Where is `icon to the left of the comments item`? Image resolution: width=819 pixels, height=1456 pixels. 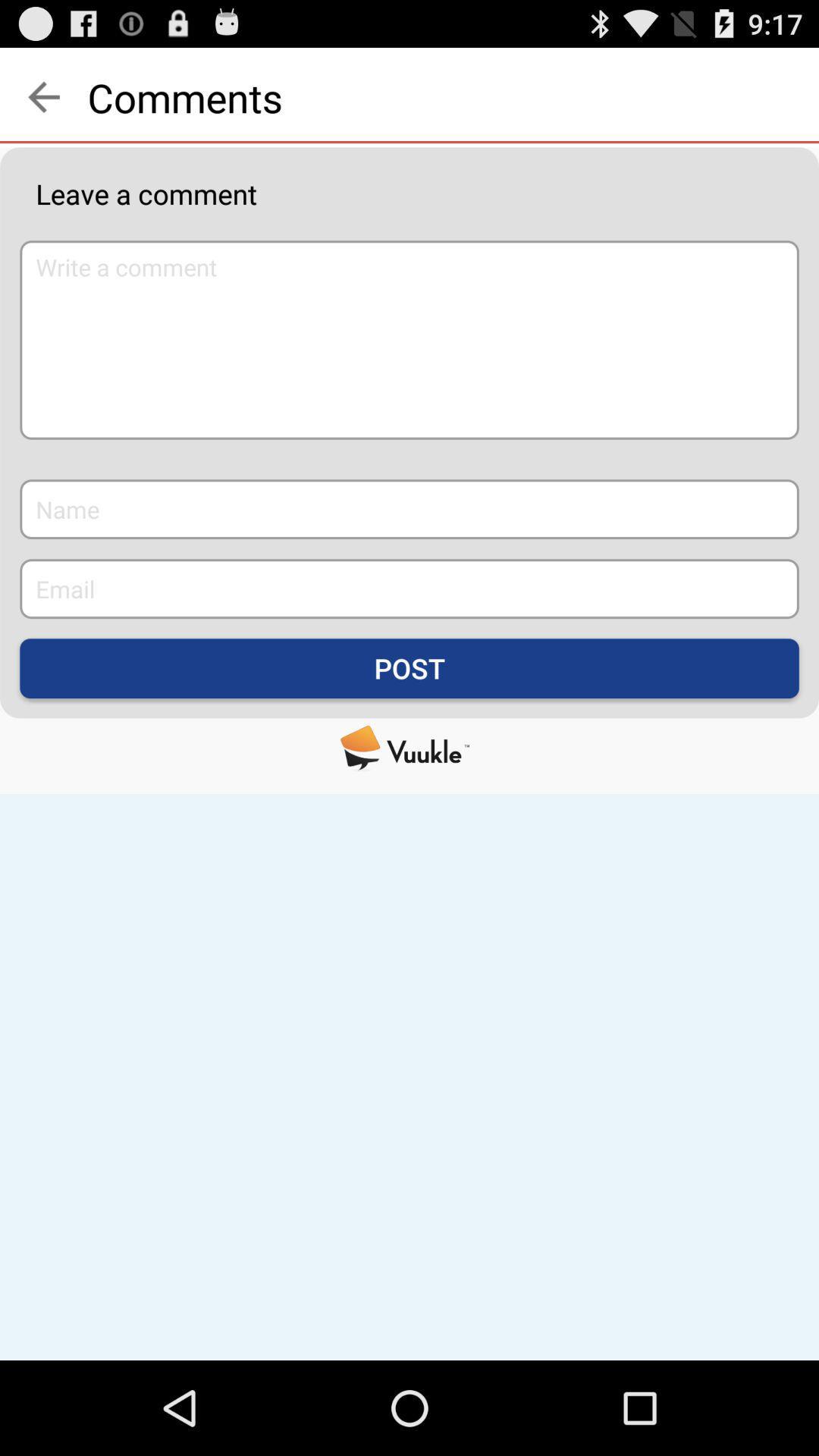
icon to the left of the comments item is located at coordinates (42, 96).